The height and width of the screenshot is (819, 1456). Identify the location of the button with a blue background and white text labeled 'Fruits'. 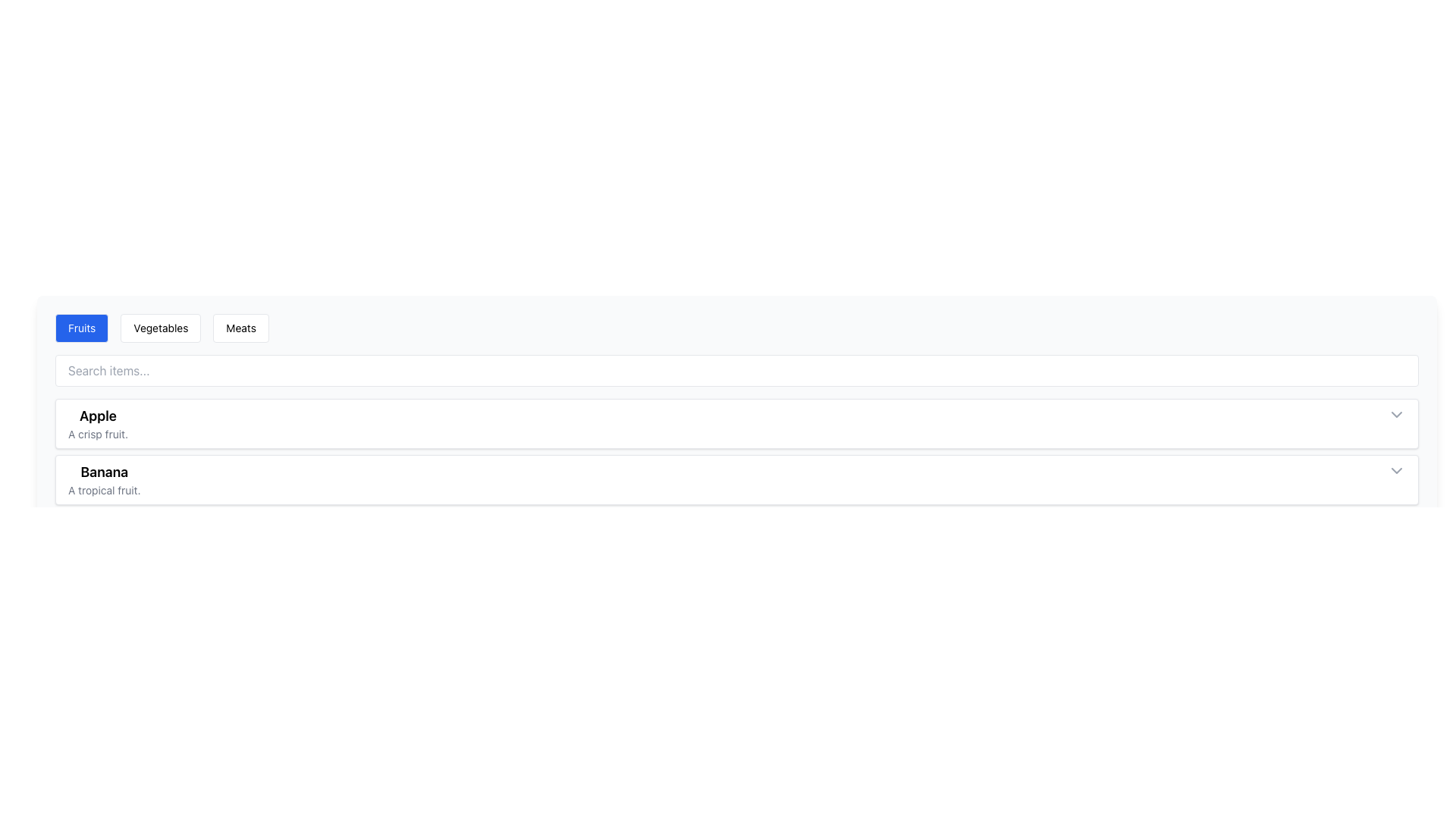
(81, 327).